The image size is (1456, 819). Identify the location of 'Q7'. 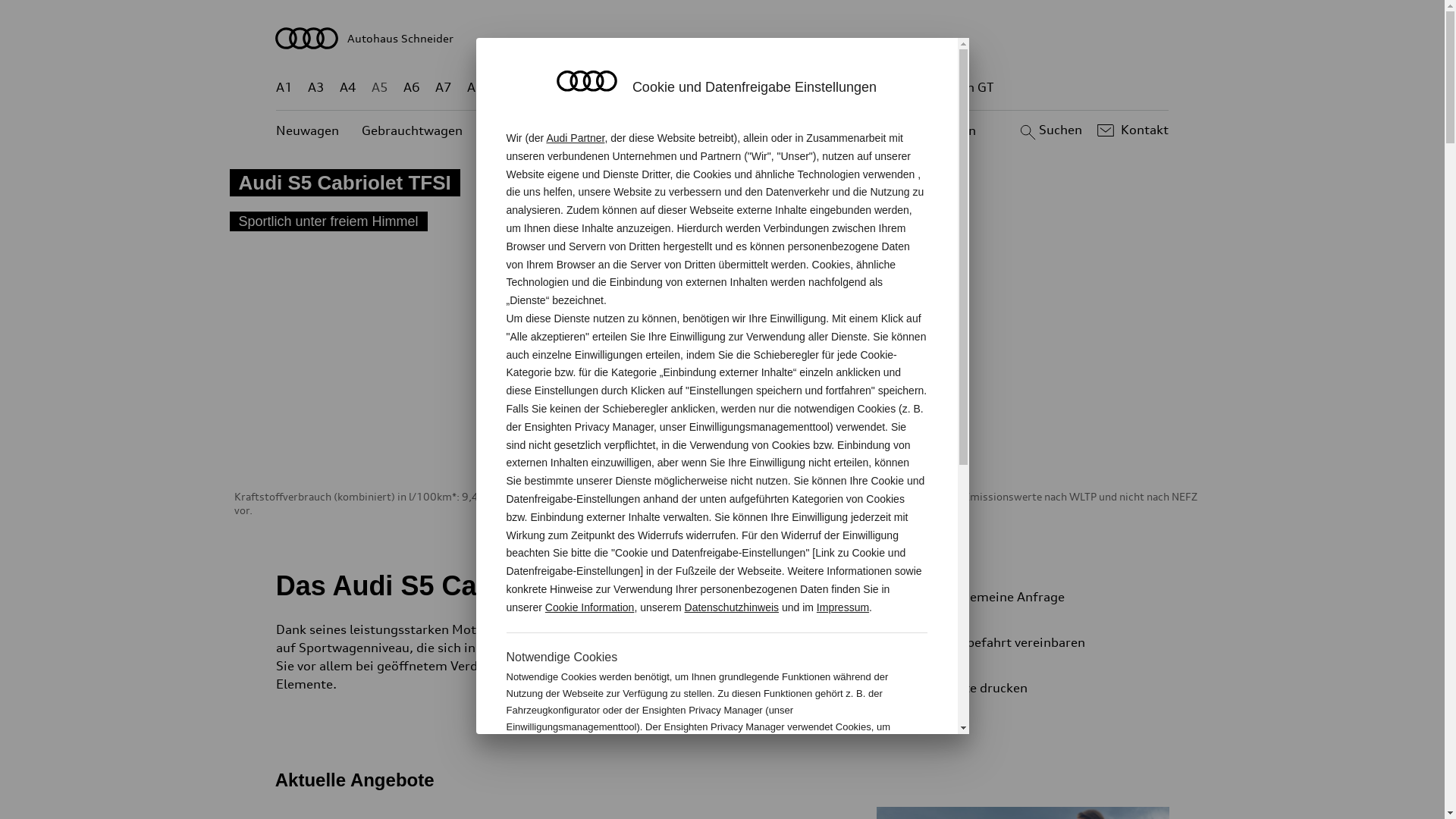
(677, 87).